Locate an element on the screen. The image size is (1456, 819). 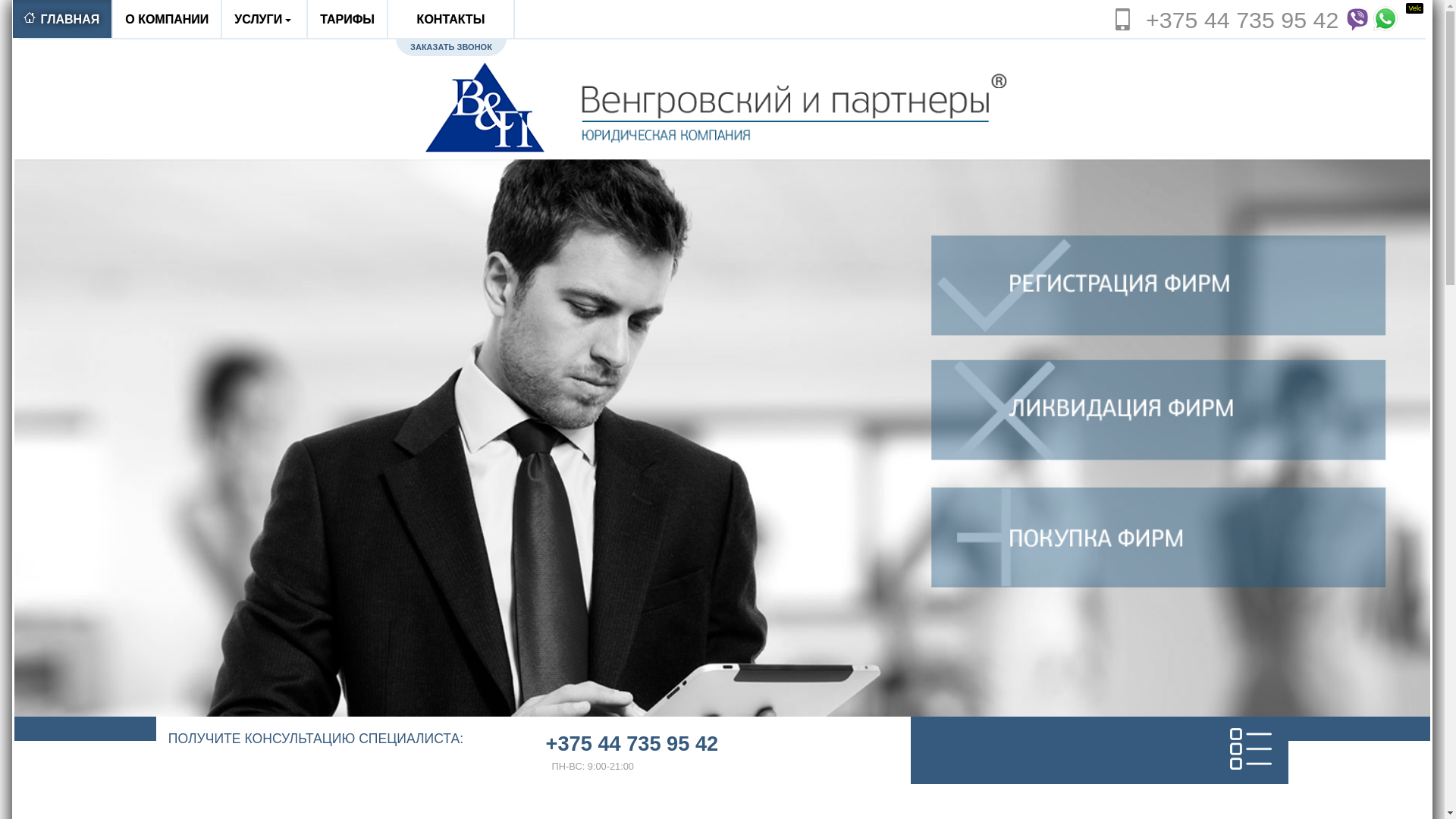
'Viber' is located at coordinates (1357, 18).